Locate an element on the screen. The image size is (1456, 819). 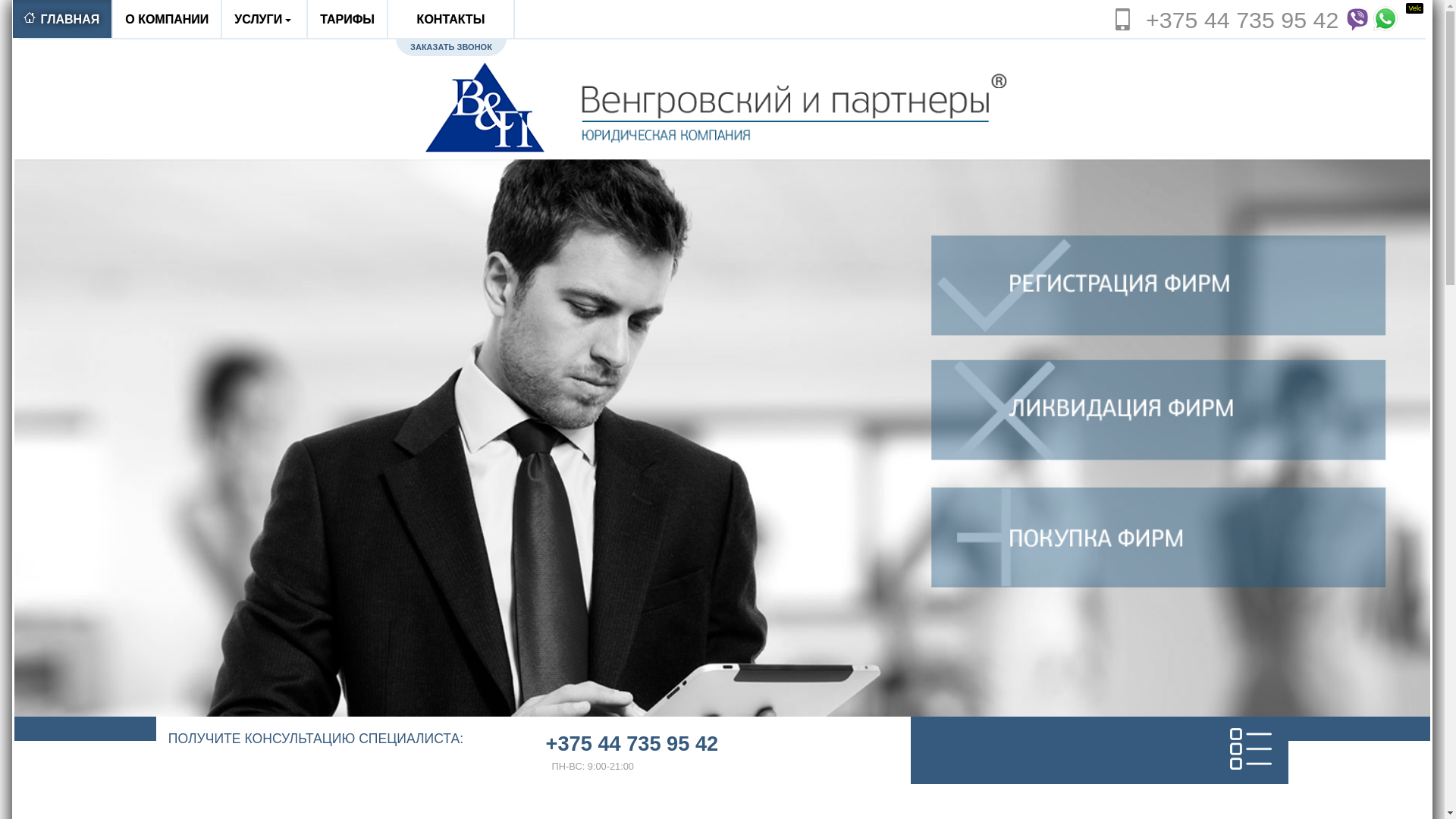
'Viber' is located at coordinates (1357, 18).